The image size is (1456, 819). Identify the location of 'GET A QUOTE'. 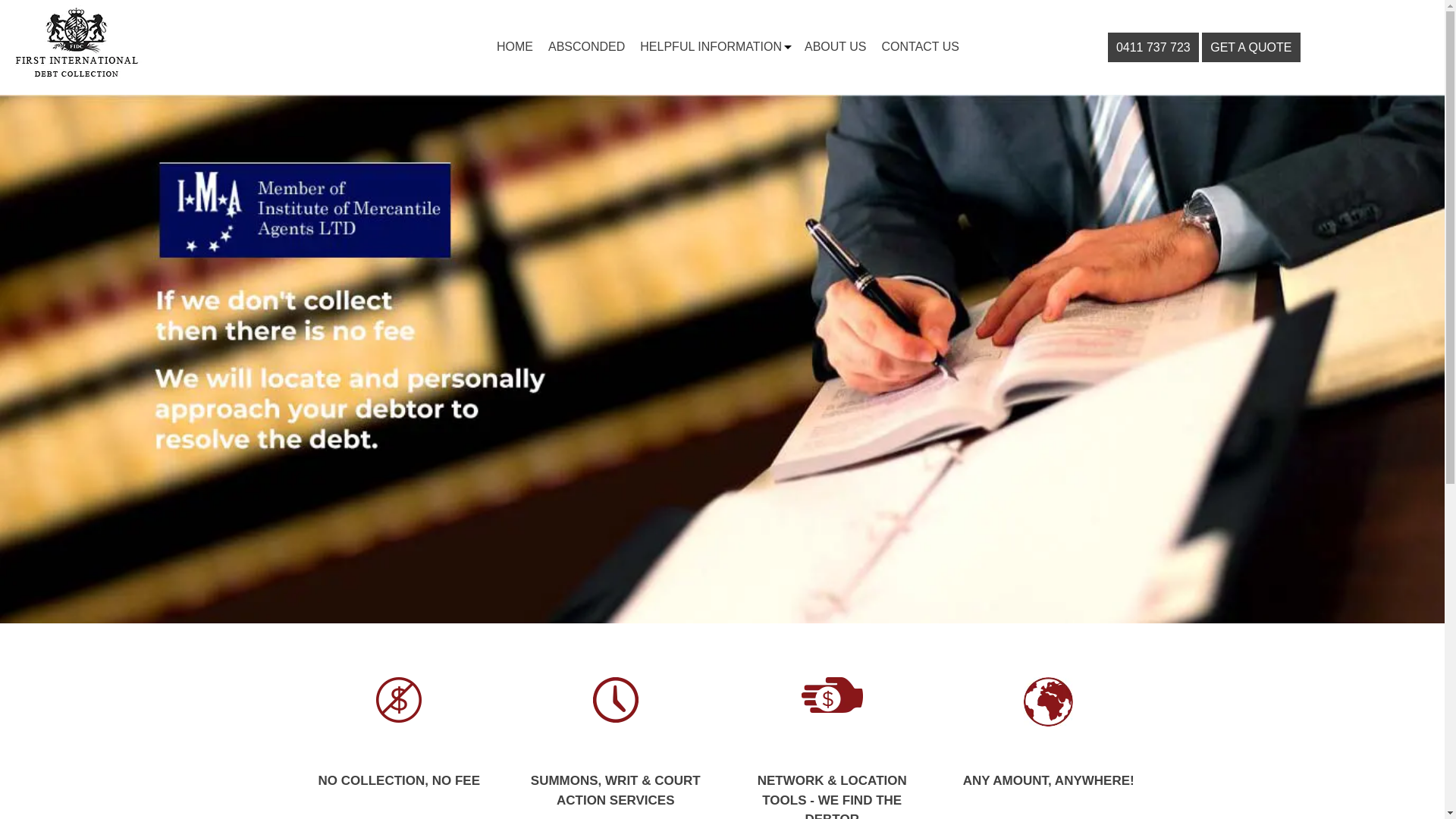
(1200, 46).